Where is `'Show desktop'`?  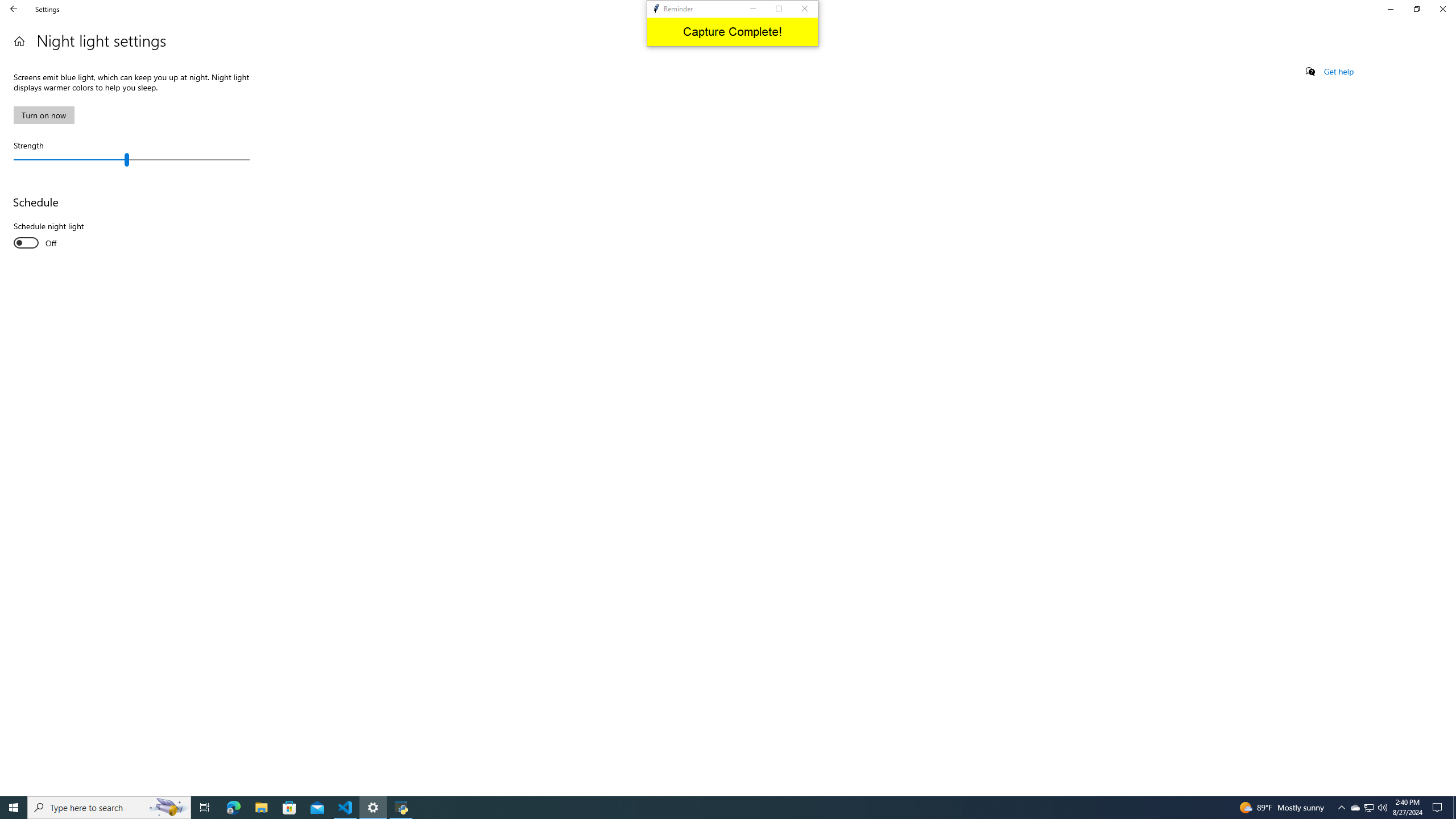
'Show desktop' is located at coordinates (1454, 806).